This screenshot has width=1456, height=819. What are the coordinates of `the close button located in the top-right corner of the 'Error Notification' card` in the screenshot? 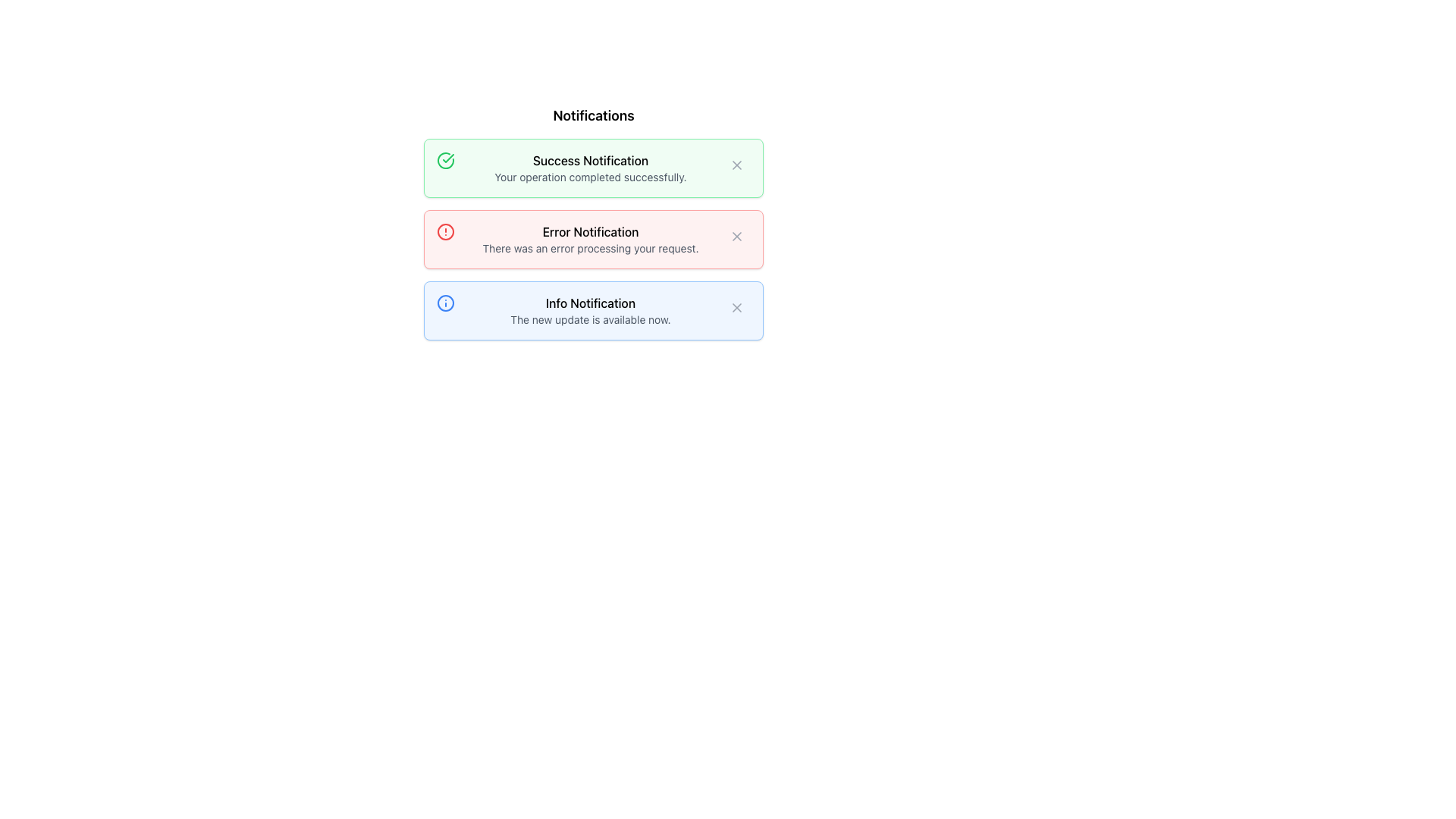 It's located at (736, 237).